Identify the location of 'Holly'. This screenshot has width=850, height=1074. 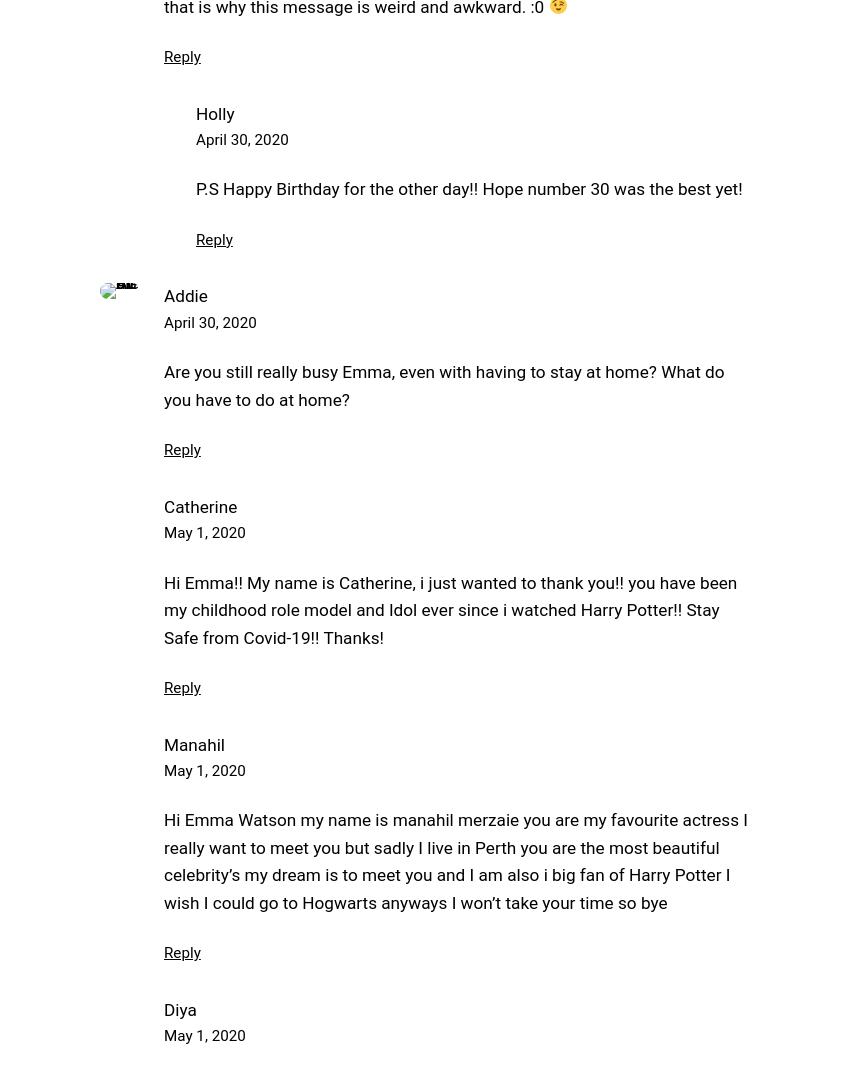
(214, 111).